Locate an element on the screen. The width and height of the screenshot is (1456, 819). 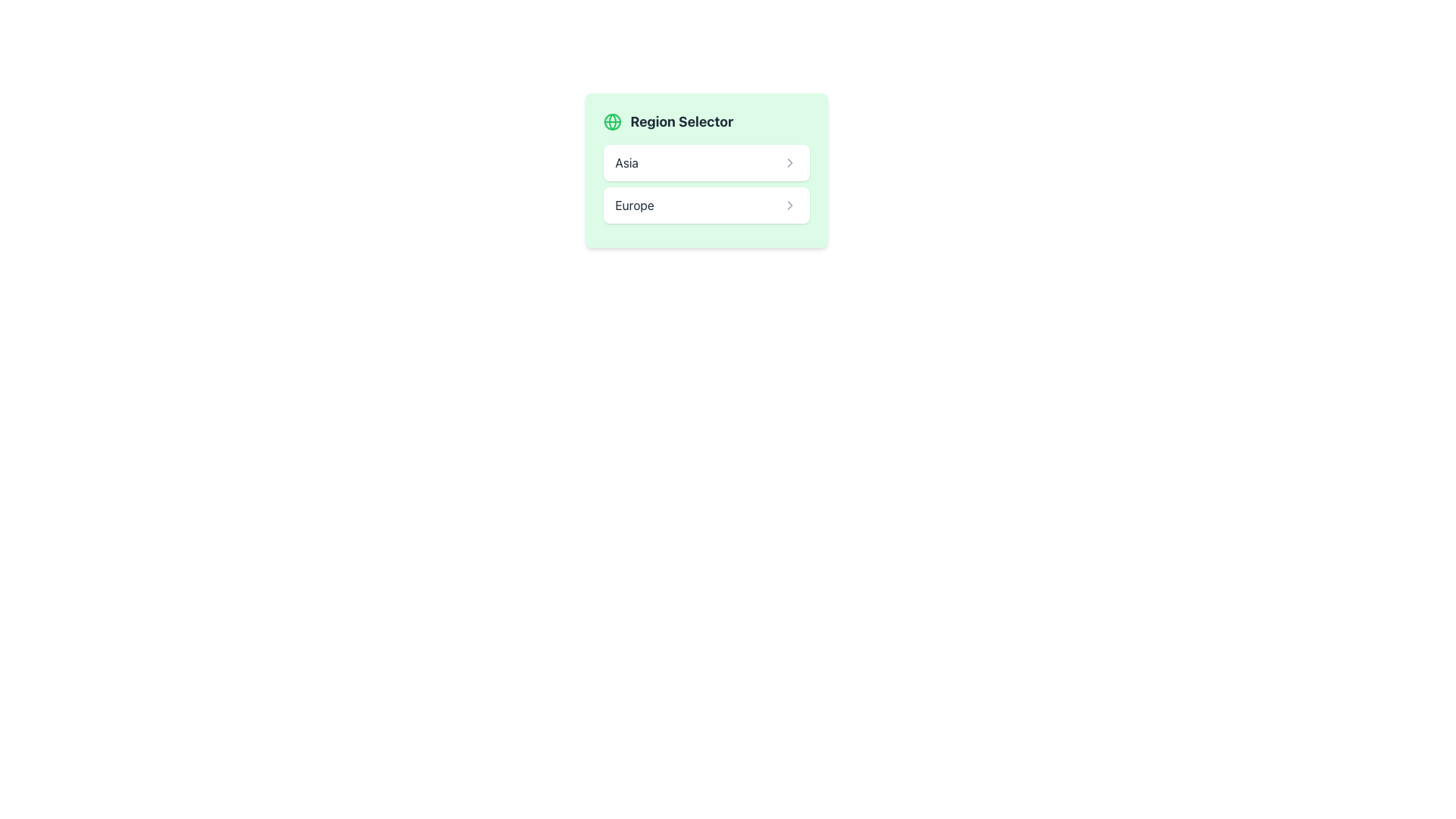
the chevron icon located at the far-right end of the row containing the text 'Asia' is located at coordinates (789, 163).